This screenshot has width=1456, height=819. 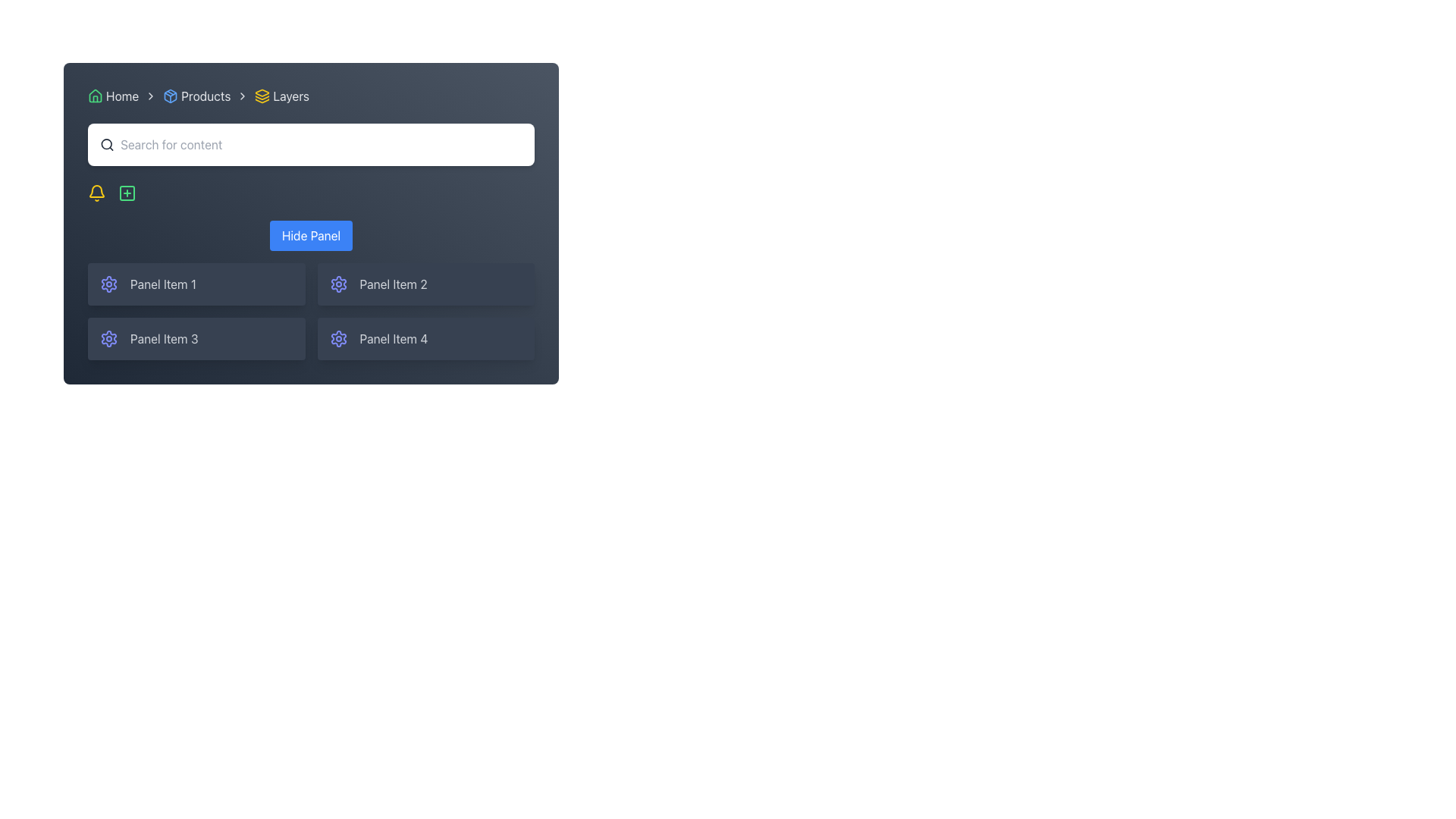 What do you see at coordinates (112, 96) in the screenshot?
I see `the 'Home' link in the breadcrumb navigation bar` at bounding box center [112, 96].